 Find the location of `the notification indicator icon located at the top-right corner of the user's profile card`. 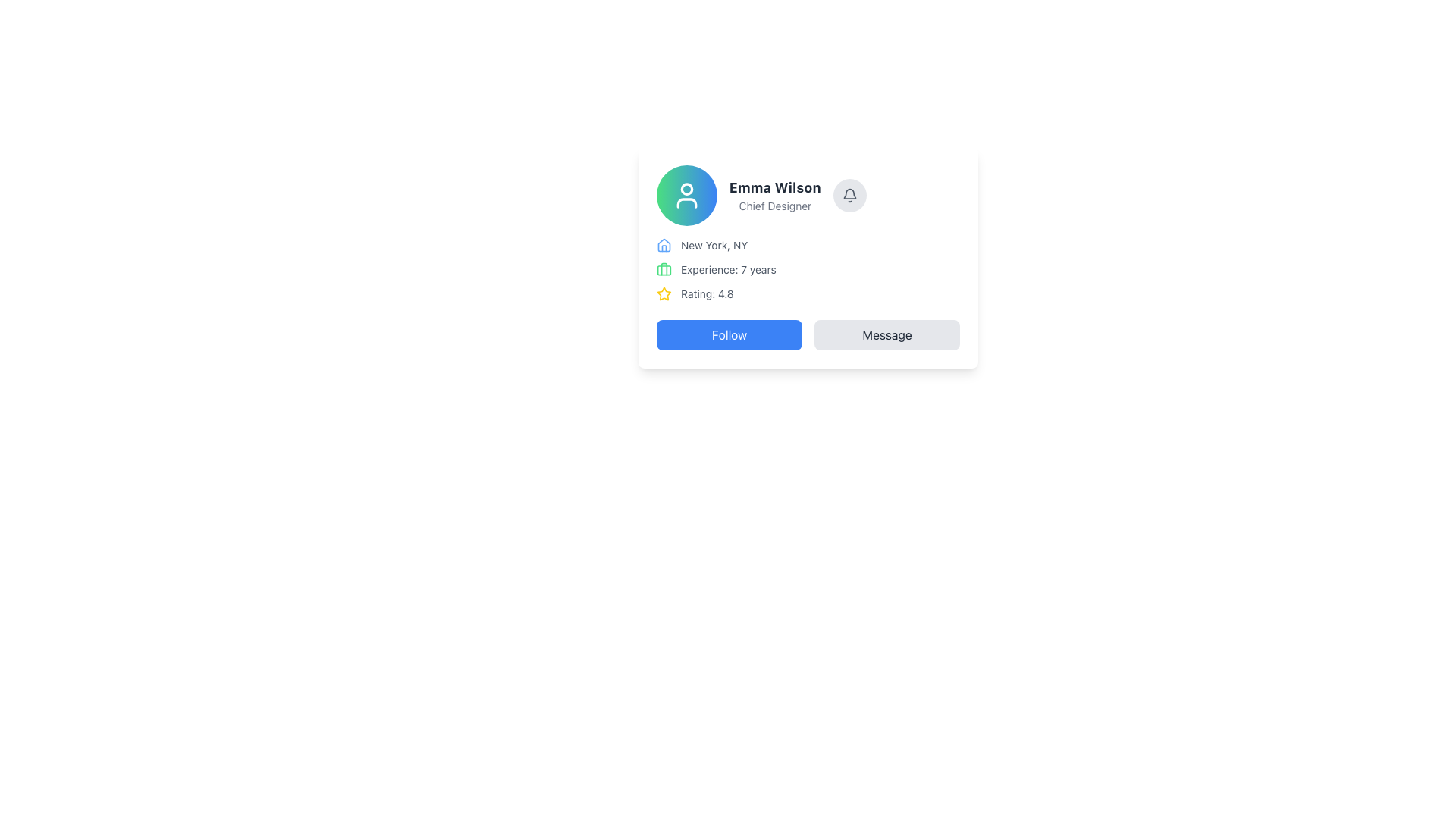

the notification indicator icon located at the top-right corner of the user's profile card is located at coordinates (849, 195).